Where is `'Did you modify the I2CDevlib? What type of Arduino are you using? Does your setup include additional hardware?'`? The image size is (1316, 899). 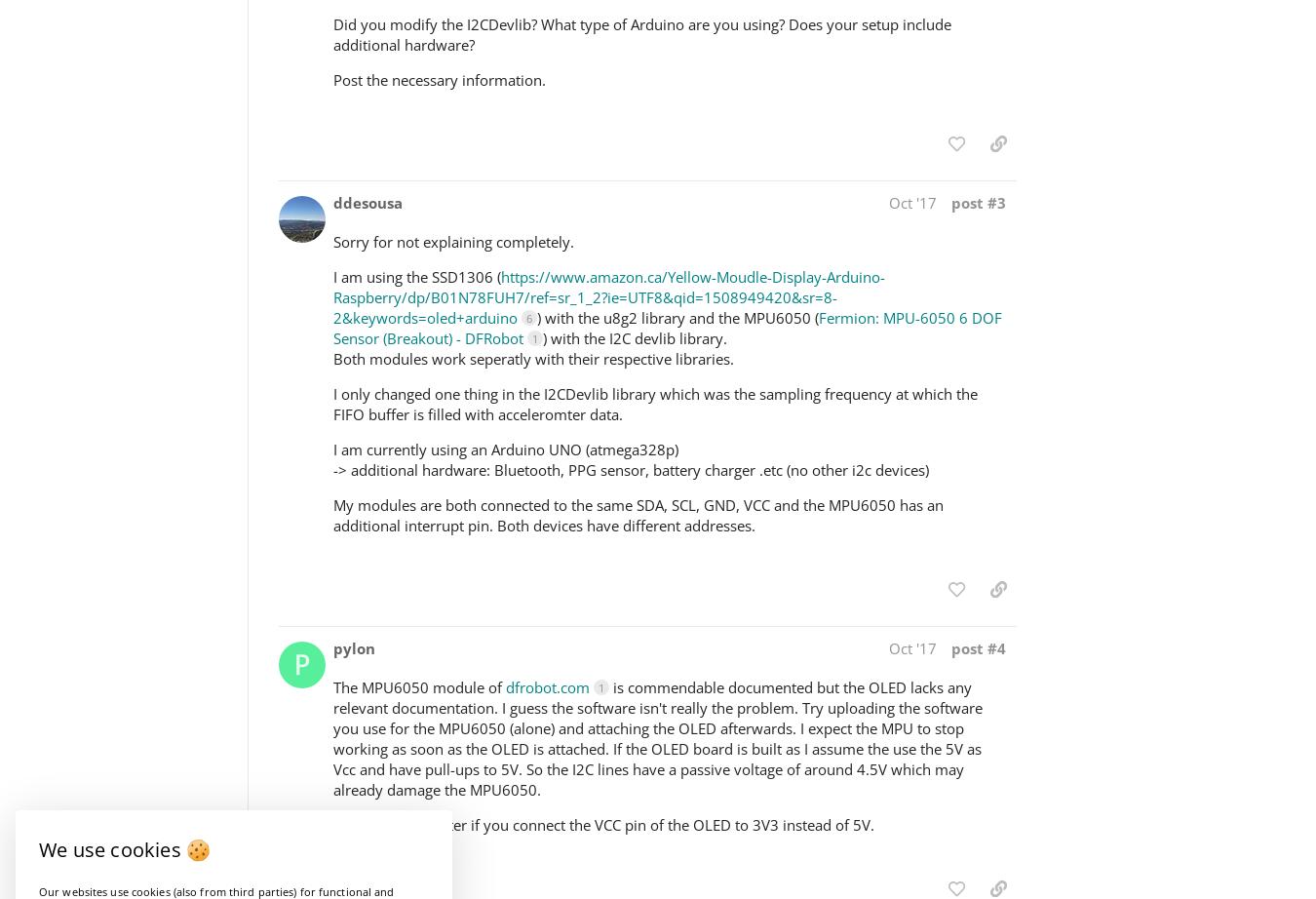 'Did you modify the I2CDevlib? What type of Arduino are you using? Does your setup include additional hardware?' is located at coordinates (641, 33).